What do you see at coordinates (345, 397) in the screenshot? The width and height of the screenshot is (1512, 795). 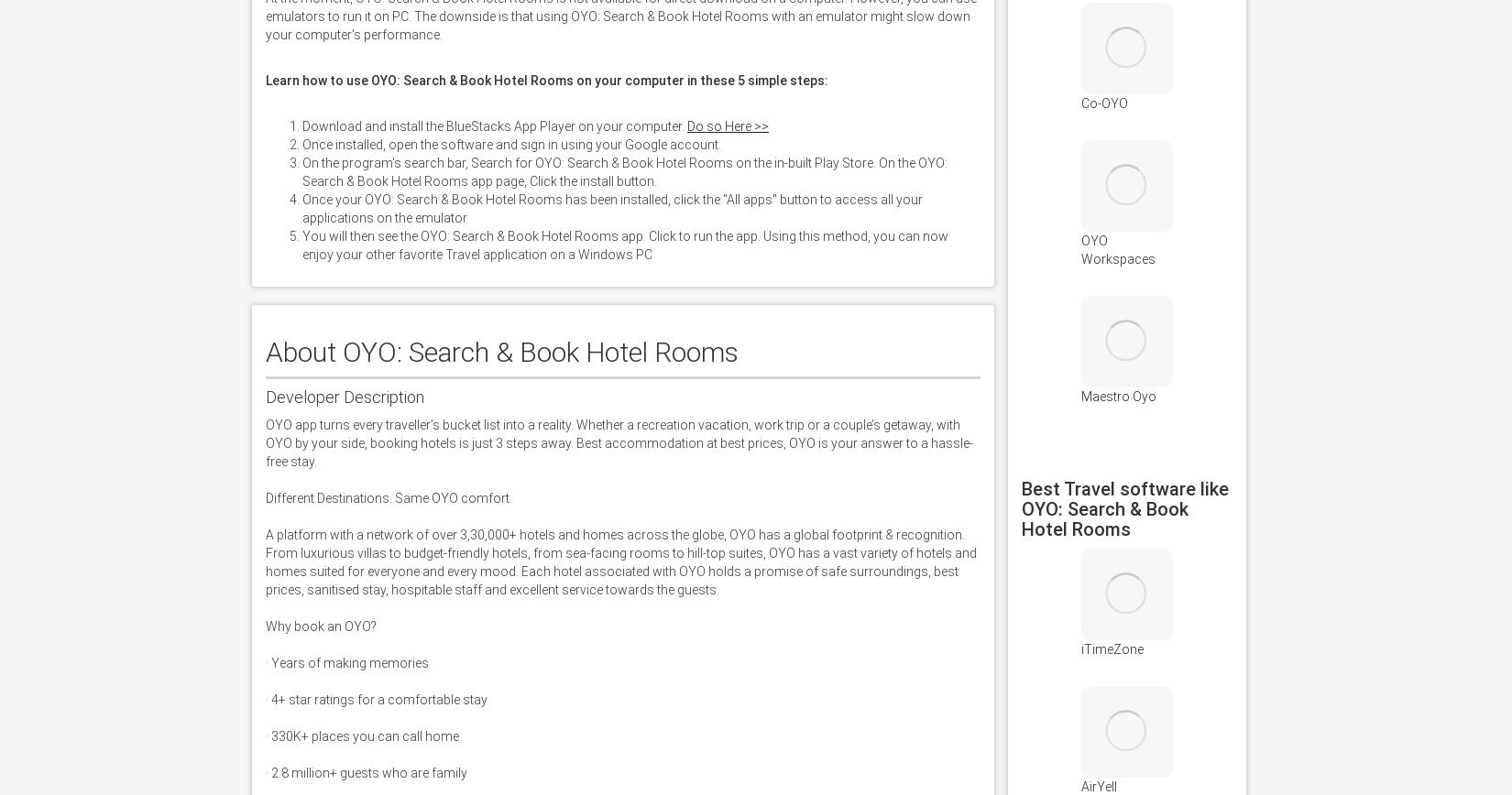 I see `'Developer Description'` at bounding box center [345, 397].